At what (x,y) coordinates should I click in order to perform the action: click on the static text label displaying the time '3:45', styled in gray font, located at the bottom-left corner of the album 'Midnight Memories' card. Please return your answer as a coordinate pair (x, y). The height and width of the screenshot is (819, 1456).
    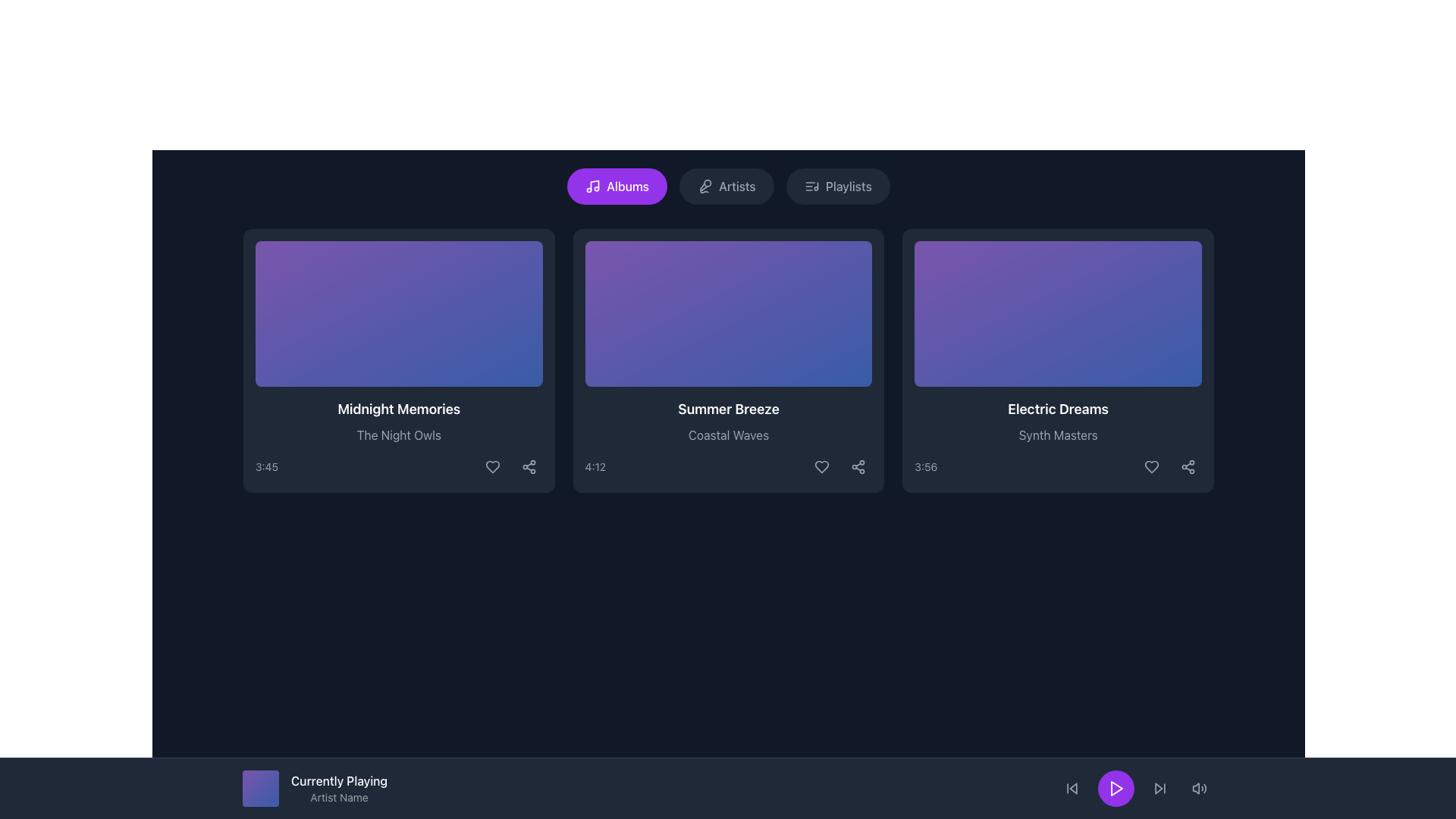
    Looking at the image, I should click on (266, 466).